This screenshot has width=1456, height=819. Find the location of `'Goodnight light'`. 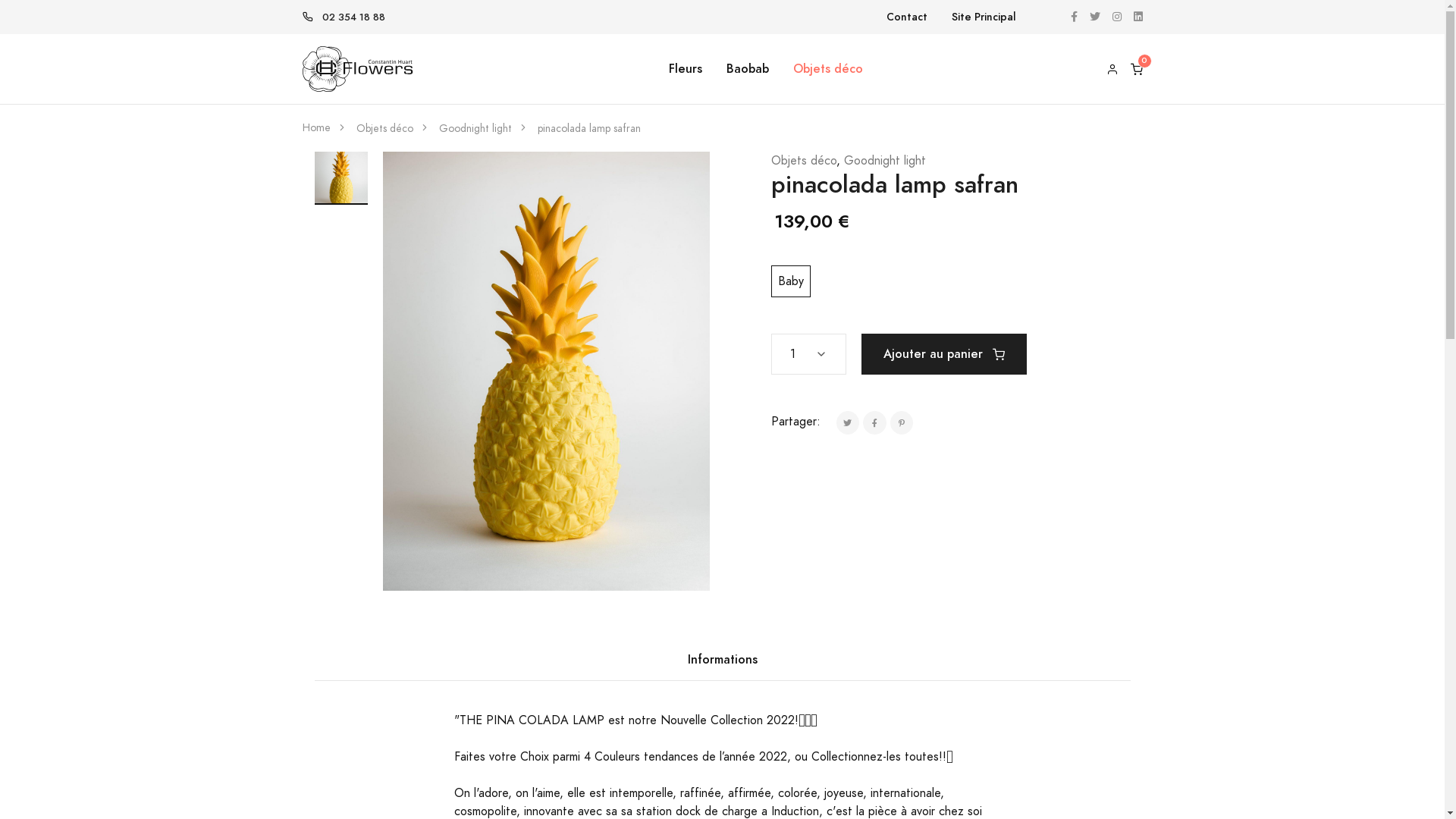

'Goodnight light' is located at coordinates (884, 161).